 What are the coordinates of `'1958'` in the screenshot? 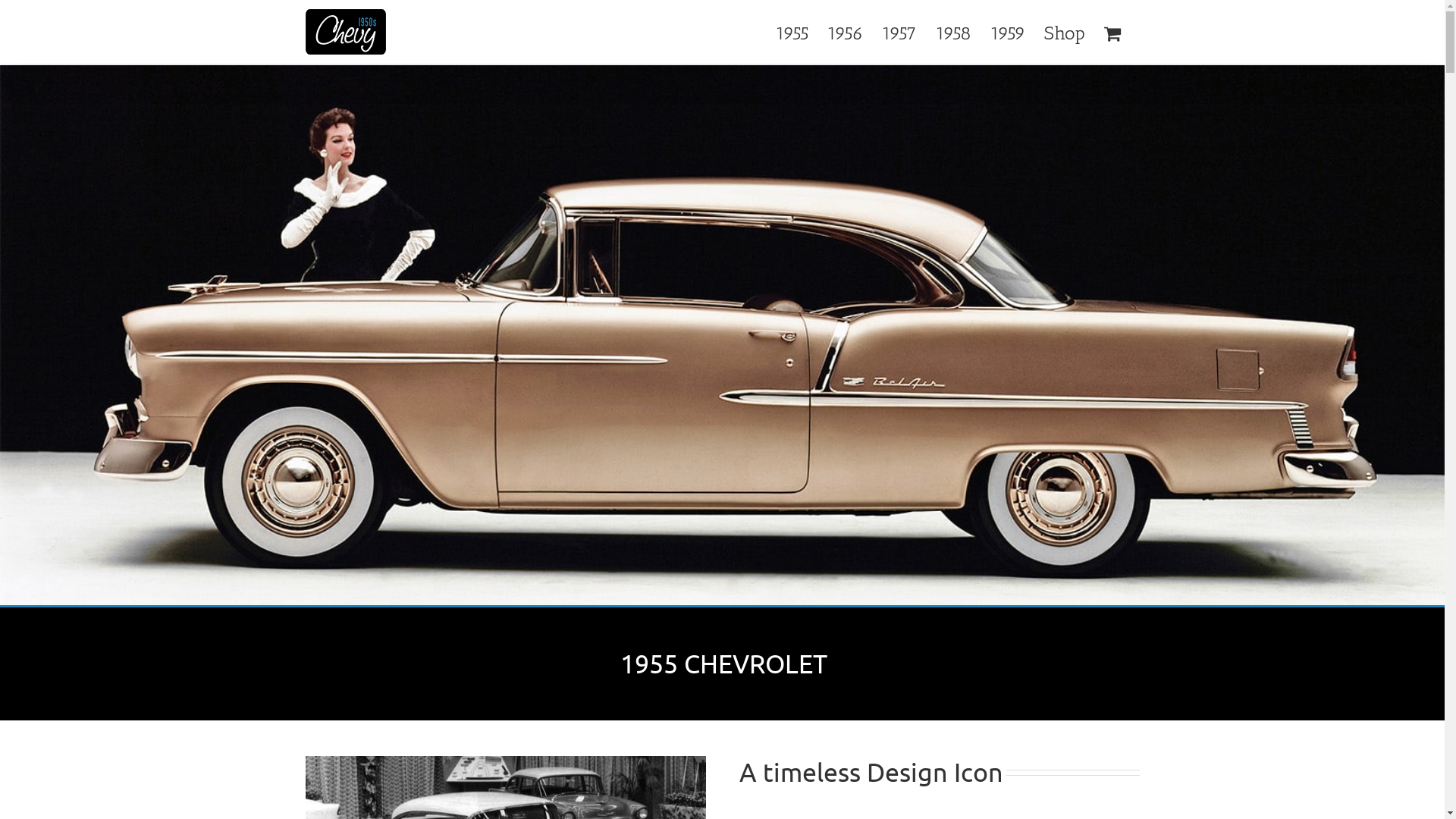 It's located at (952, 32).